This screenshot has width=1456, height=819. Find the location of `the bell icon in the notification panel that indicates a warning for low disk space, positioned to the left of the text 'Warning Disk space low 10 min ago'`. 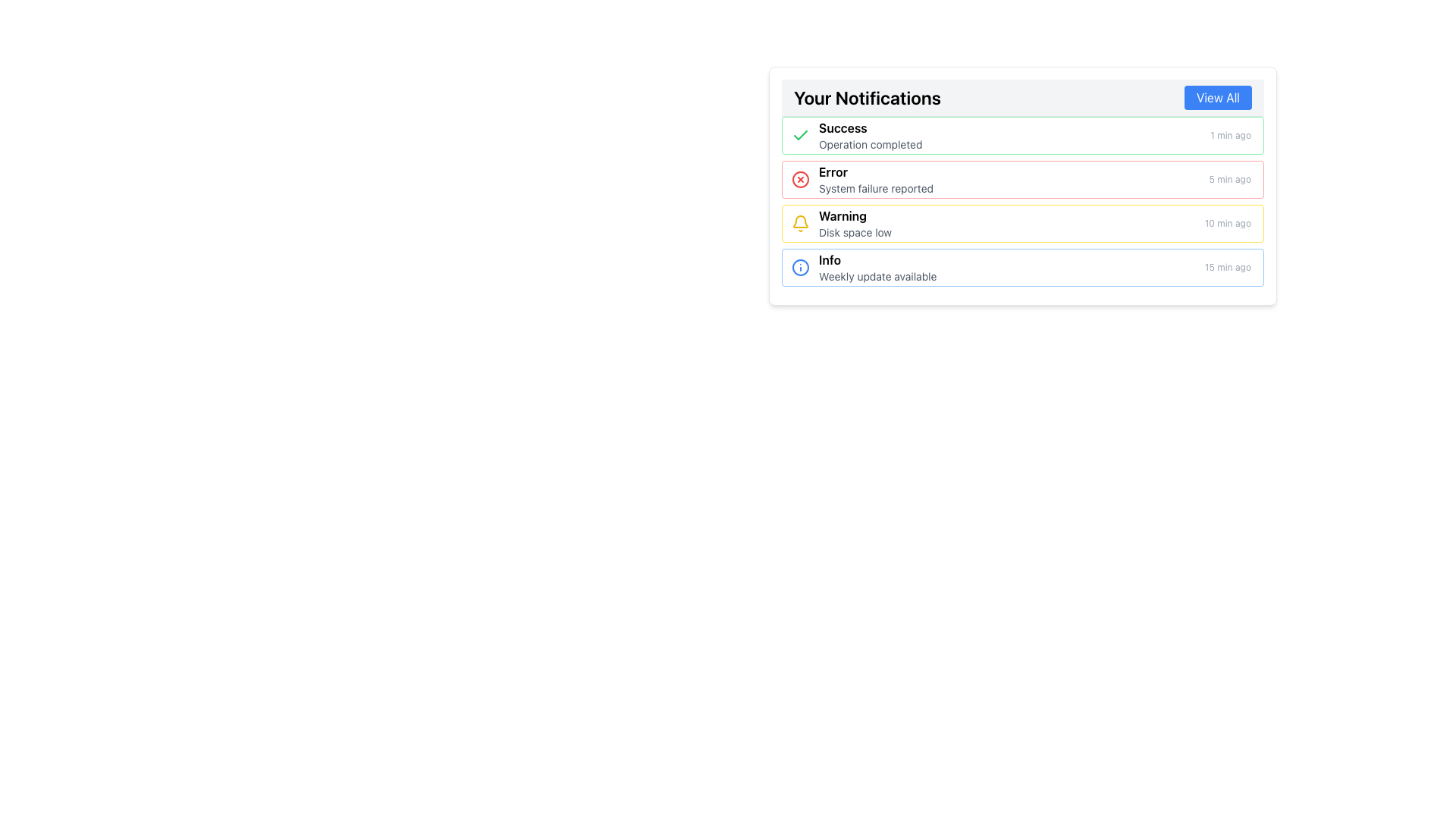

the bell icon in the notification panel that indicates a warning for low disk space, positioned to the left of the text 'Warning Disk space low 10 min ago' is located at coordinates (800, 223).